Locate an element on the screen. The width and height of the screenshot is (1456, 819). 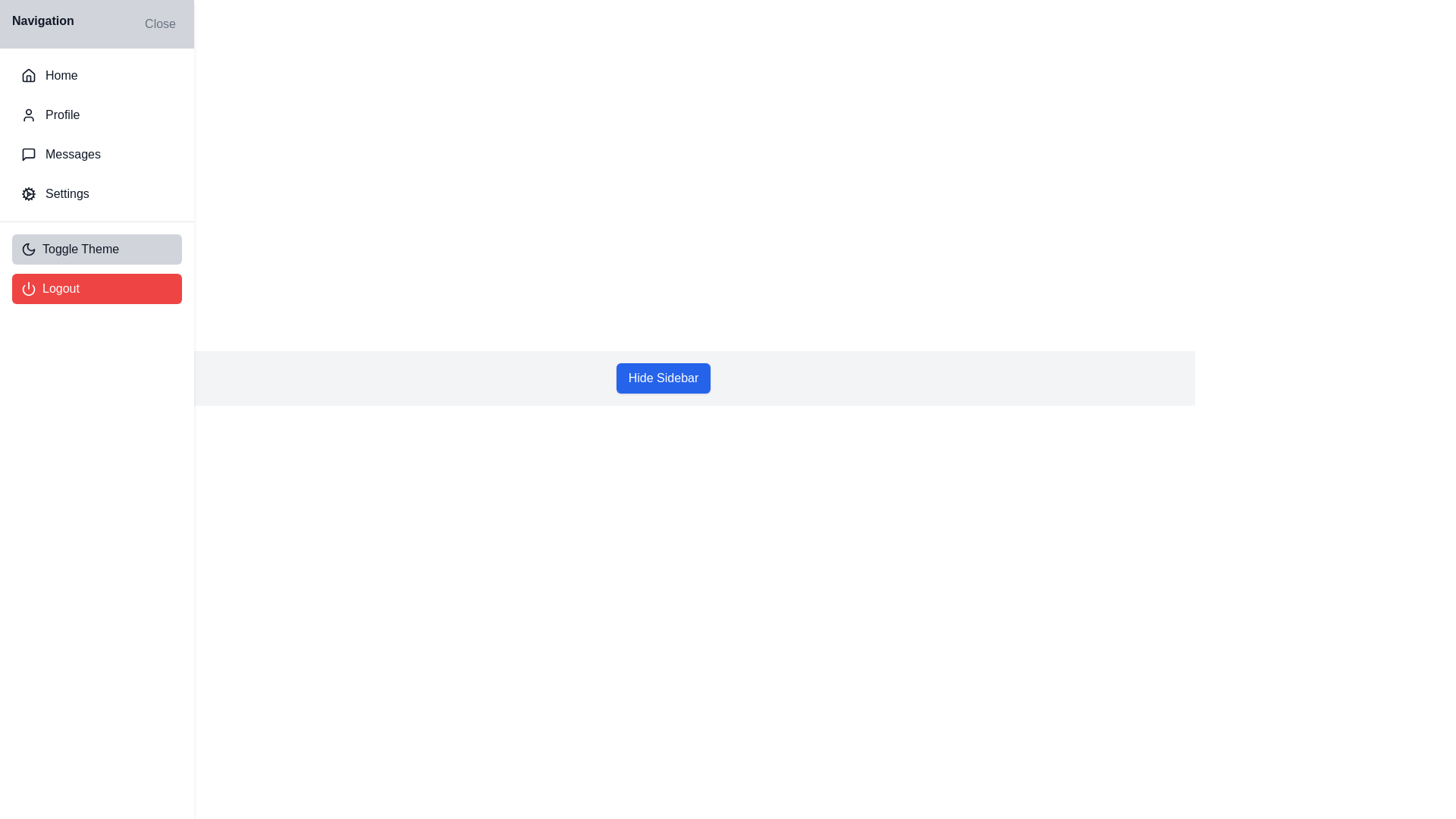
the 'Messages' navigation button, which features a message bubble icon on the left and the text 'Messages' on the right, located as the third item in the vertical navigation menu is located at coordinates (96, 155).